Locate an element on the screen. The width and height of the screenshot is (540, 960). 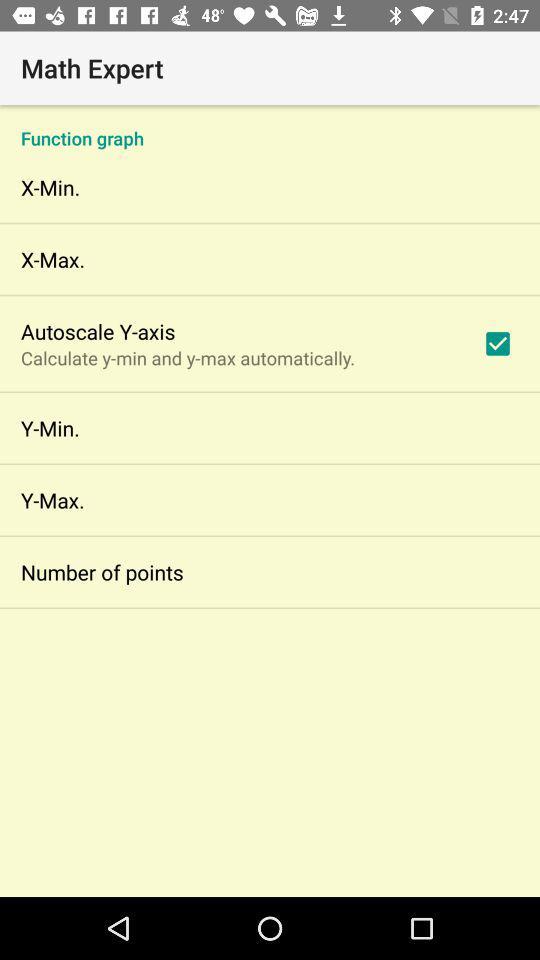
function graph item is located at coordinates (270, 126).